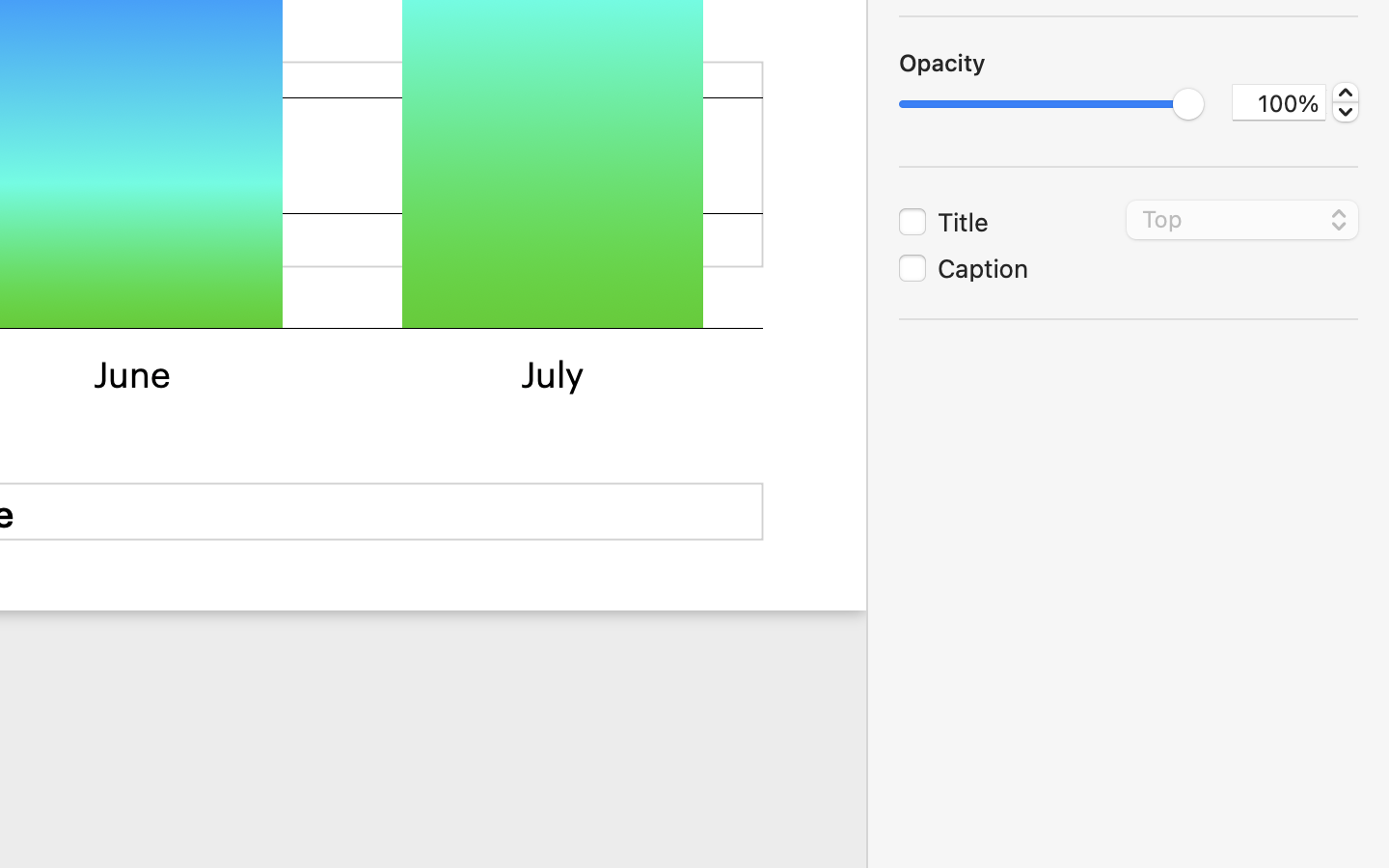  Describe the element at coordinates (1242, 222) in the screenshot. I see `'Top'` at that location.